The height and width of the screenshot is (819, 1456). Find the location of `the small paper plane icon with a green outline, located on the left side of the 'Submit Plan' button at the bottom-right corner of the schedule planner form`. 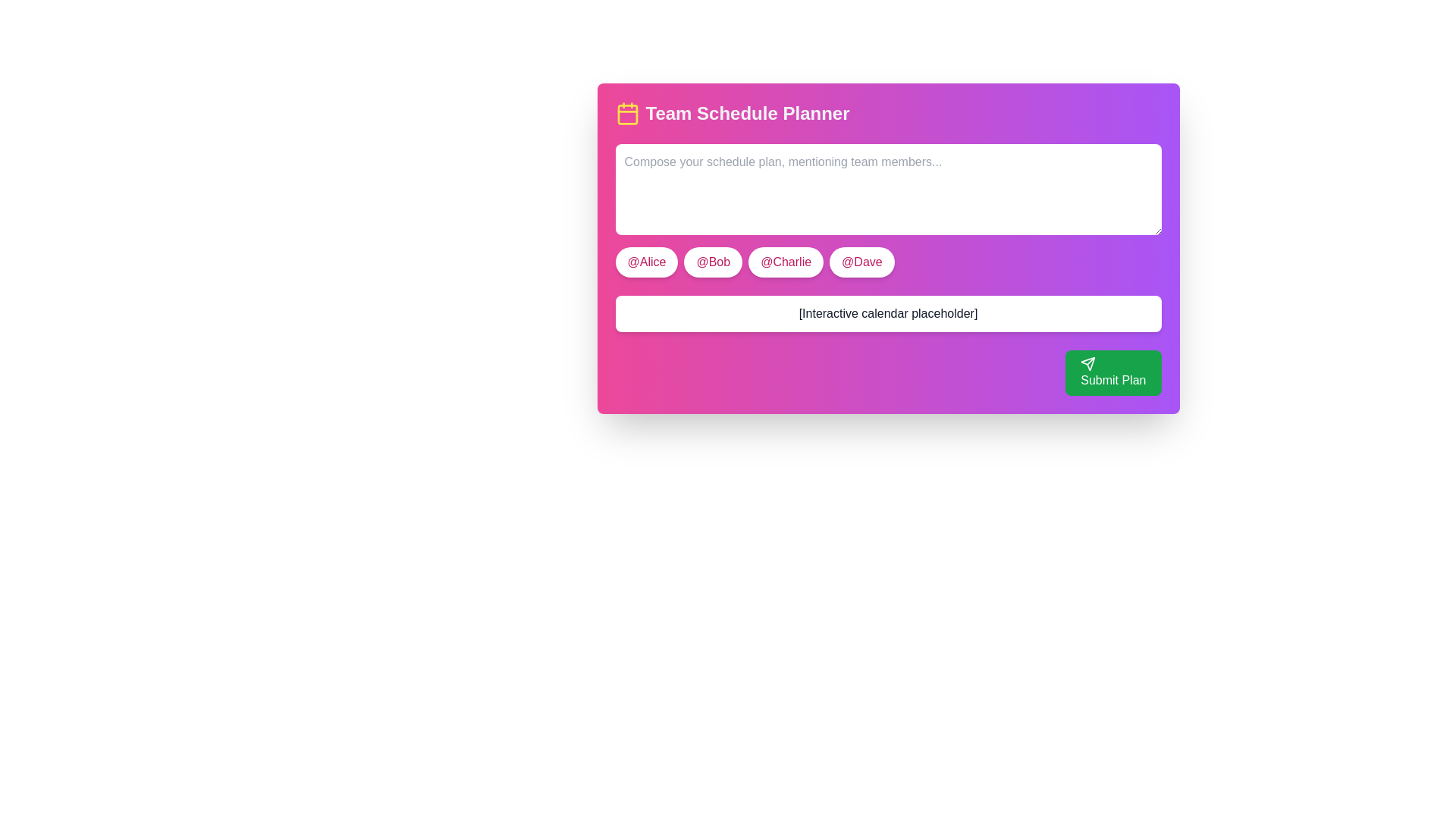

the small paper plane icon with a green outline, located on the left side of the 'Submit Plan' button at the bottom-right corner of the schedule planner form is located at coordinates (1087, 363).